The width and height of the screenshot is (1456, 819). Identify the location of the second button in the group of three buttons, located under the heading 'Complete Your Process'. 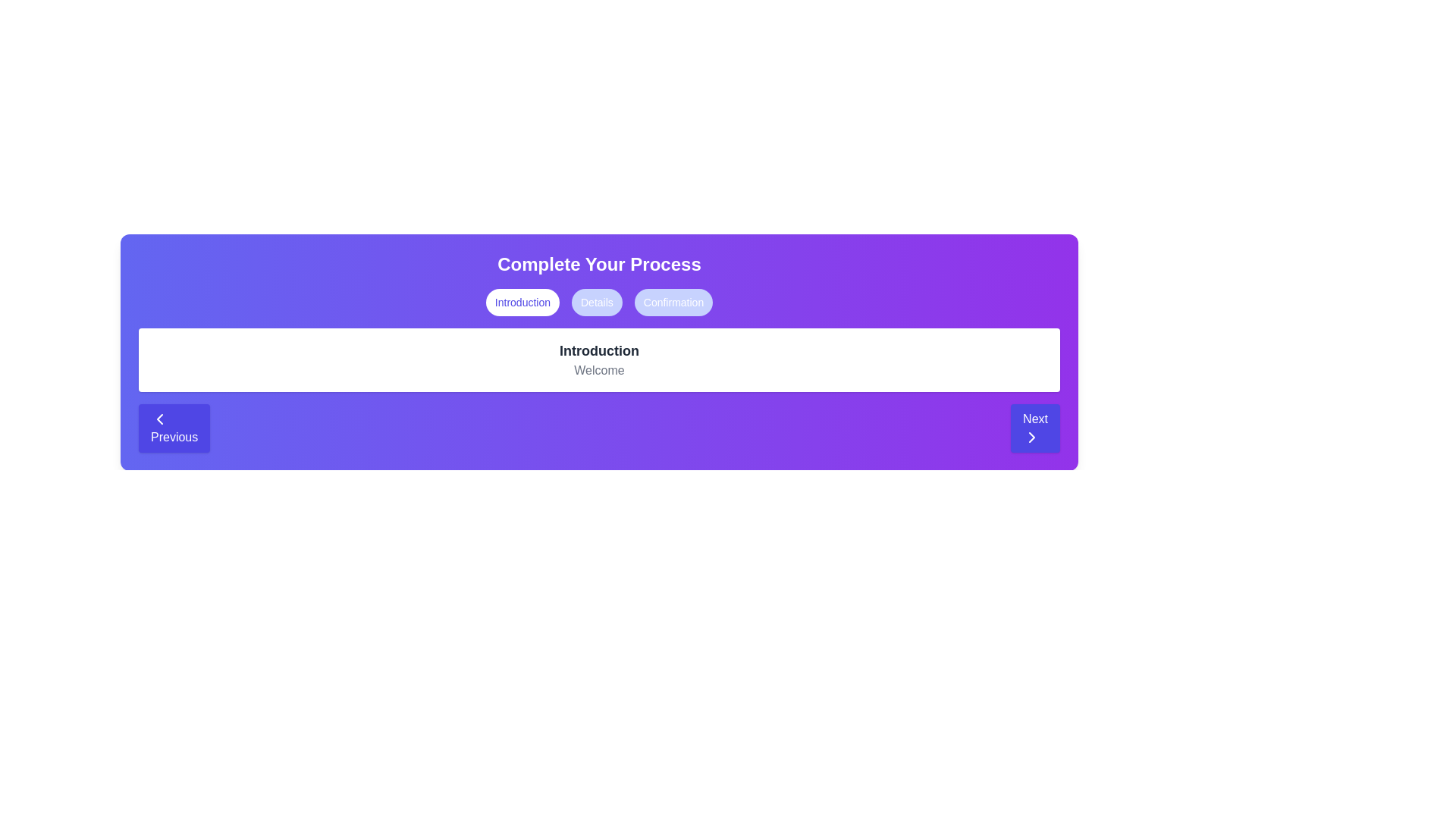
(596, 302).